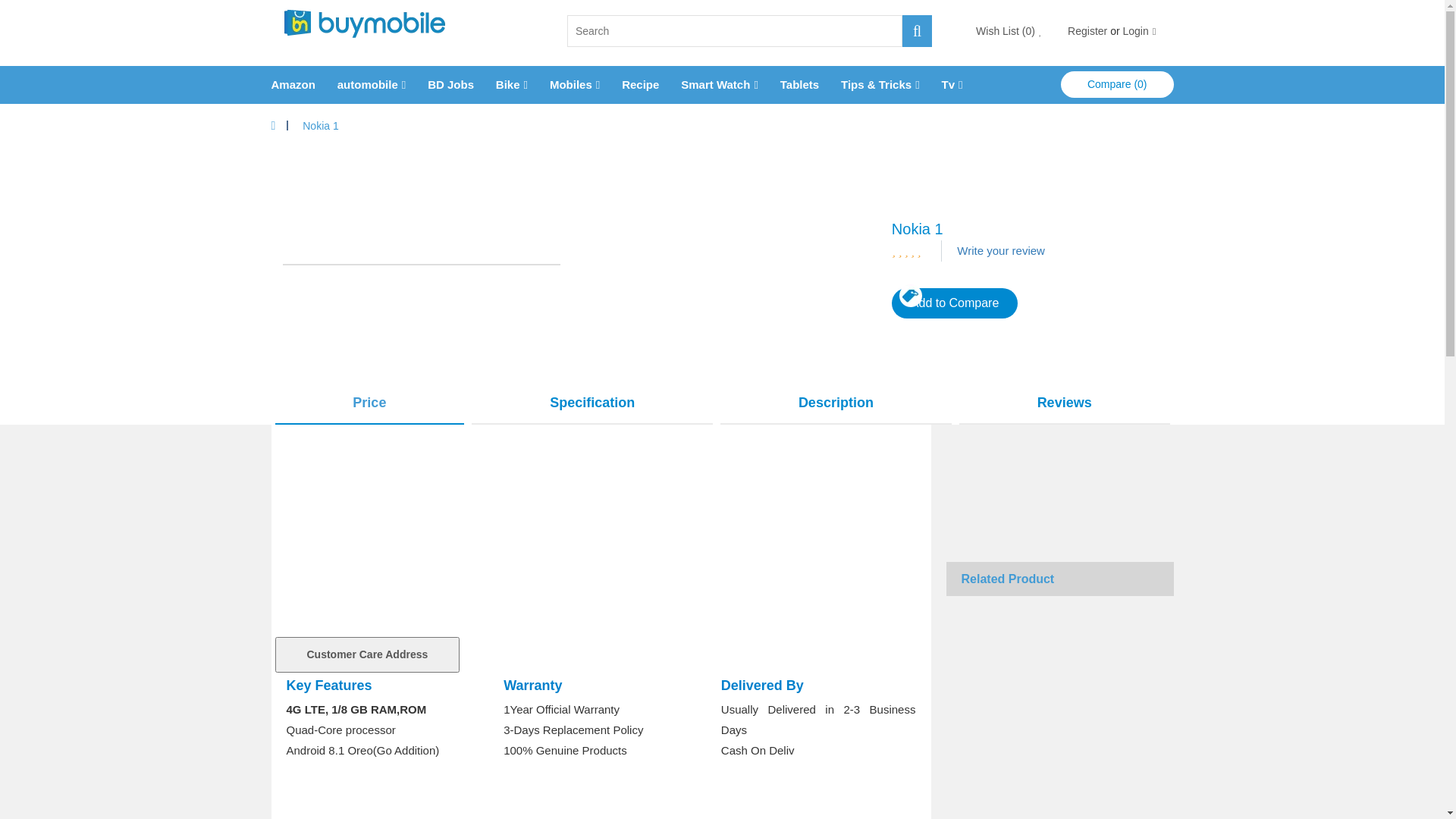  What do you see at coordinates (1122, 31) in the screenshot?
I see `'Login'` at bounding box center [1122, 31].